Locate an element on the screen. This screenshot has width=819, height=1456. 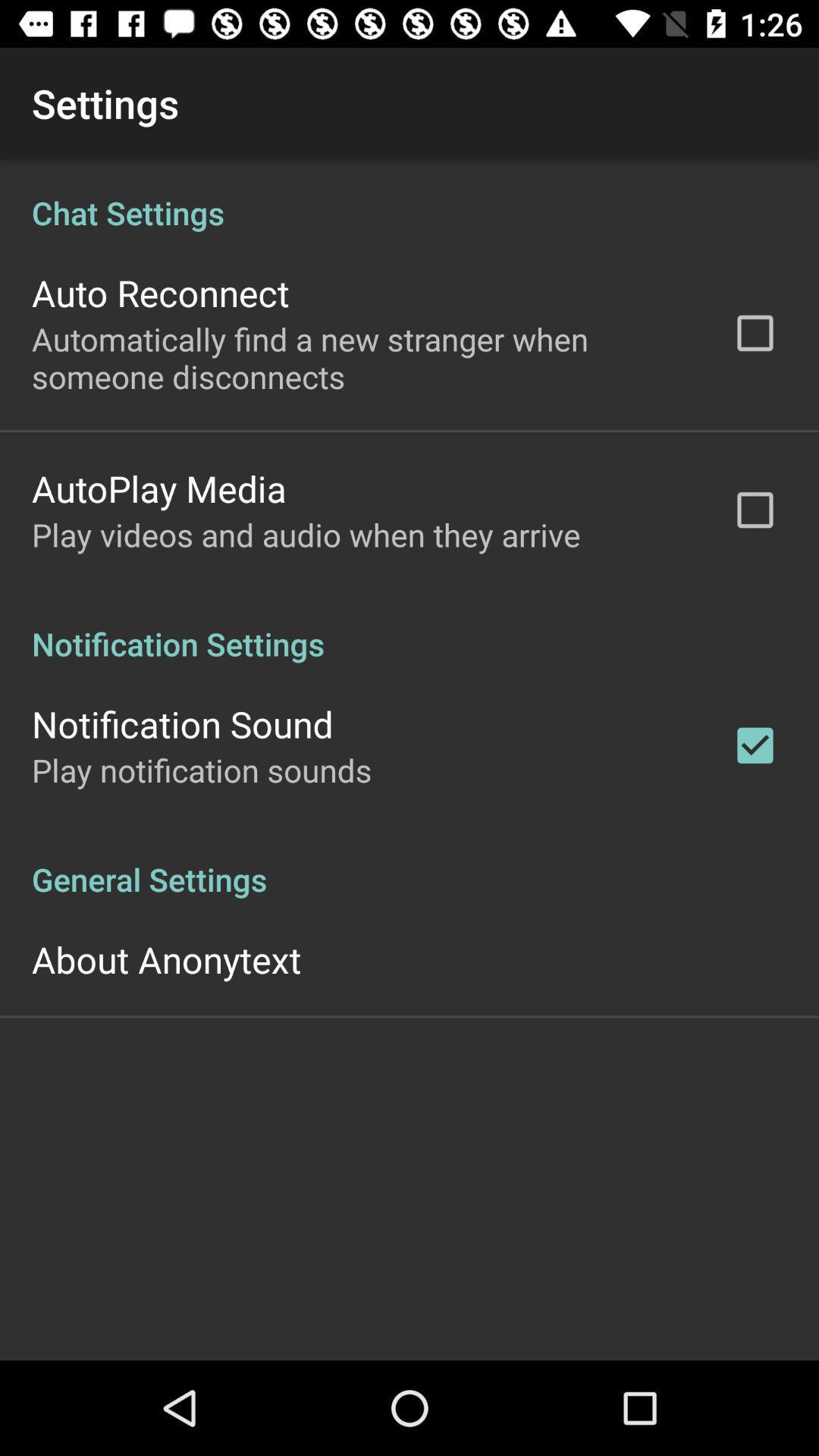
auto reconnect item is located at coordinates (160, 293).